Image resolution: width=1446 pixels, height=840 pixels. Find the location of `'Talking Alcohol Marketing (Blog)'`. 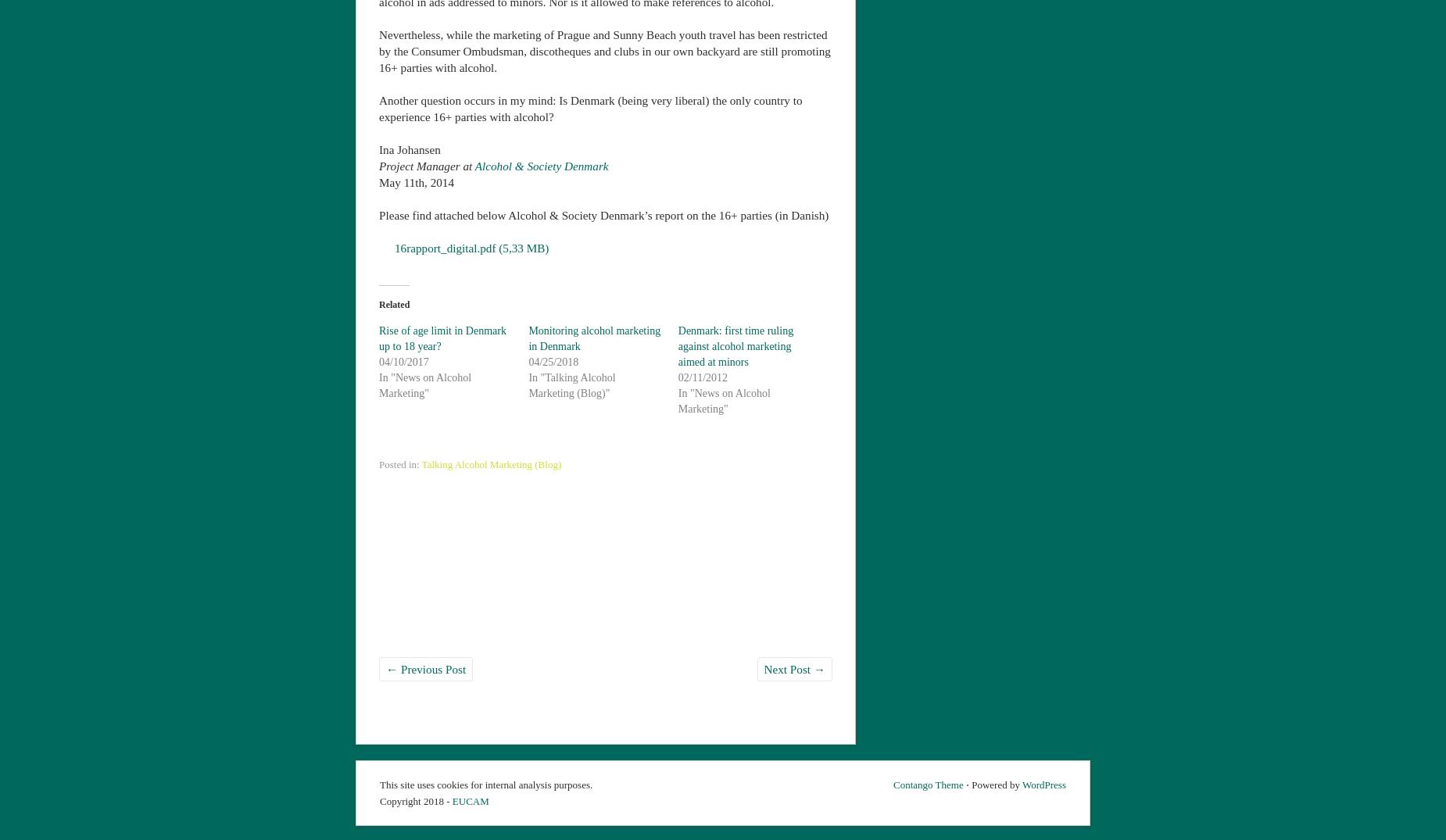

'Talking Alcohol Marketing (Blog)' is located at coordinates (491, 462).